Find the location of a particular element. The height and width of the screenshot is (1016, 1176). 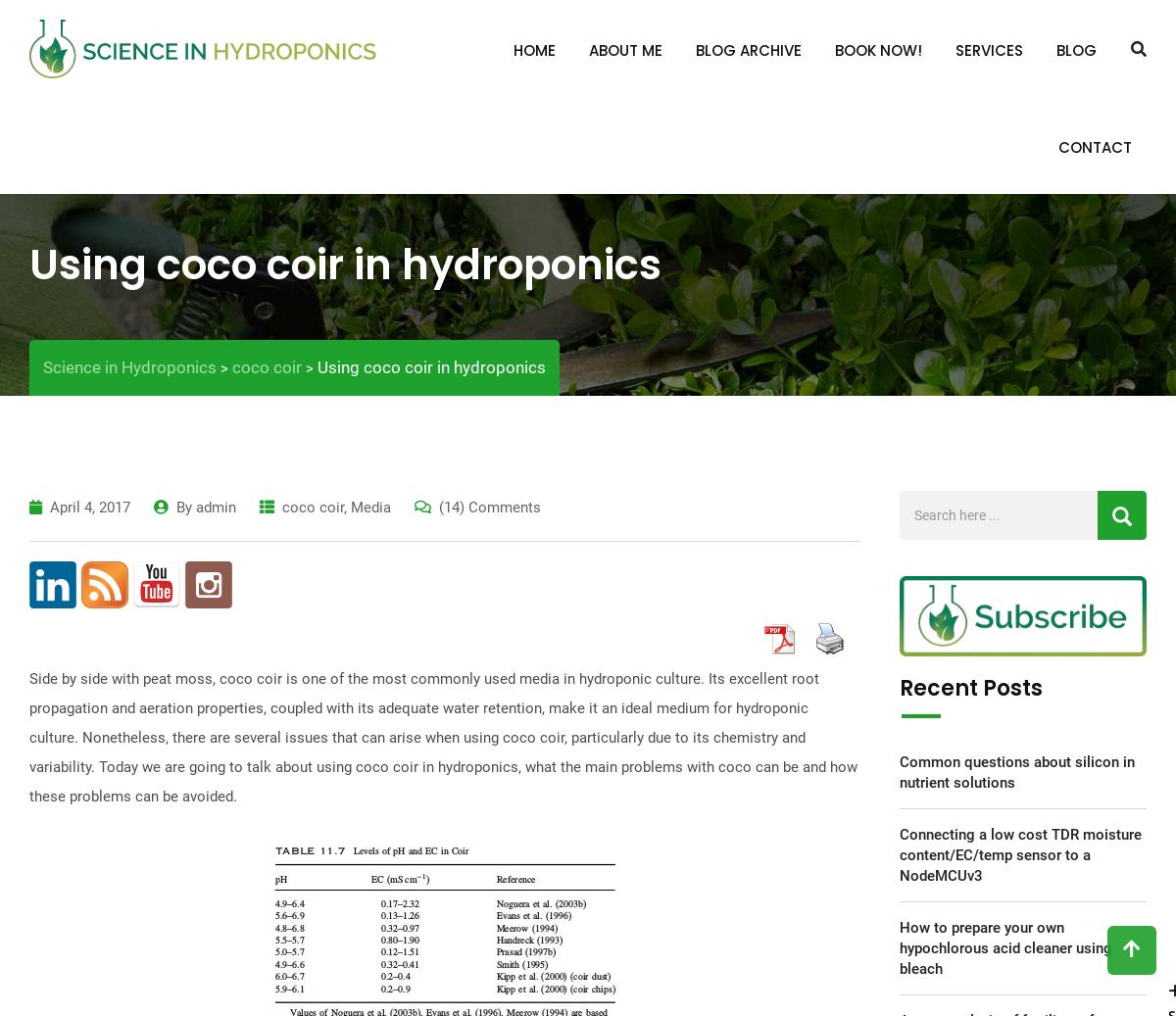

'admin' is located at coordinates (215, 506).